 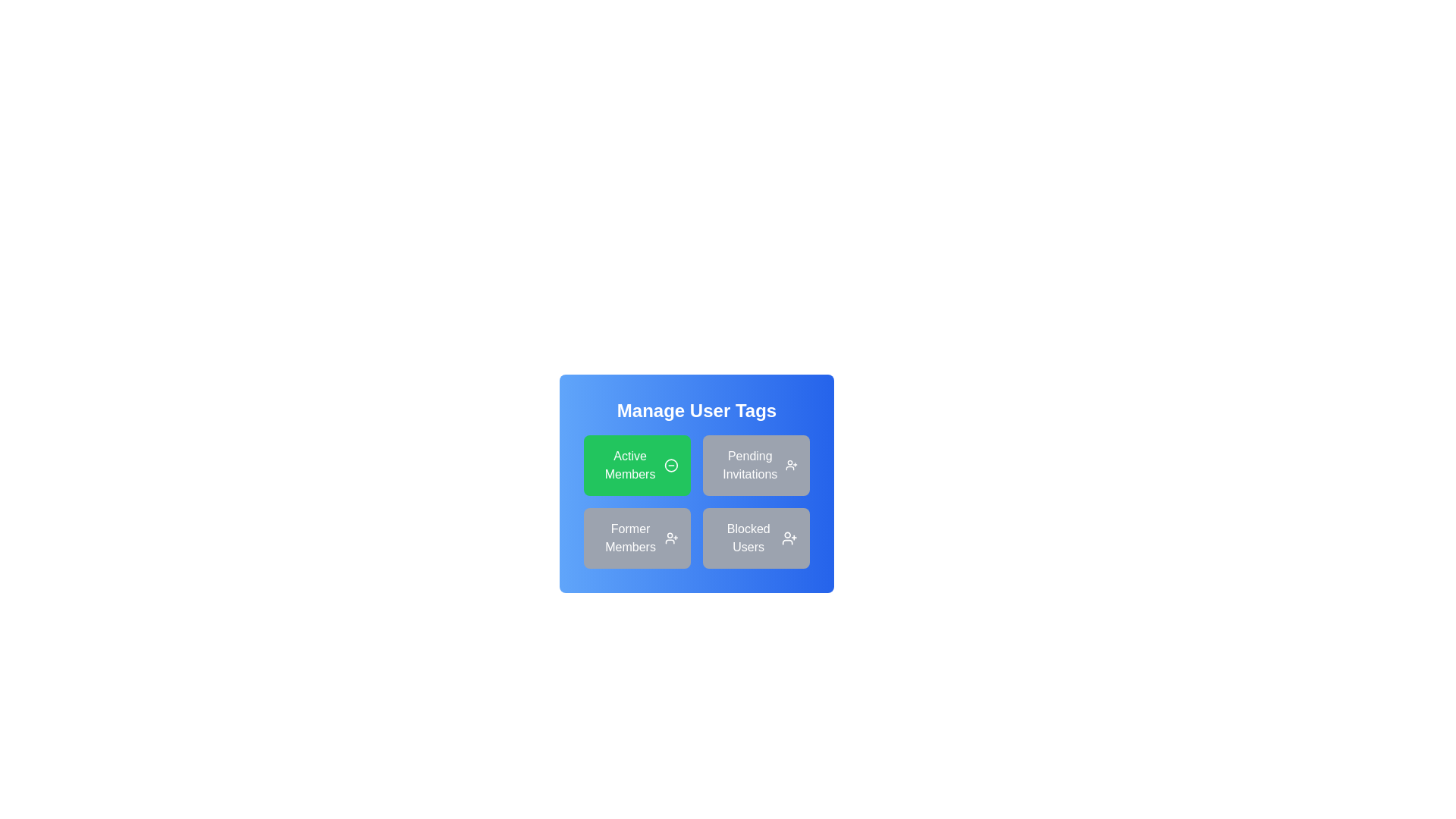 What do you see at coordinates (695, 483) in the screenshot?
I see `header of the category selection pane which contains options for managing user tags like 'Active Members' and 'Pending Invitations'` at bounding box center [695, 483].